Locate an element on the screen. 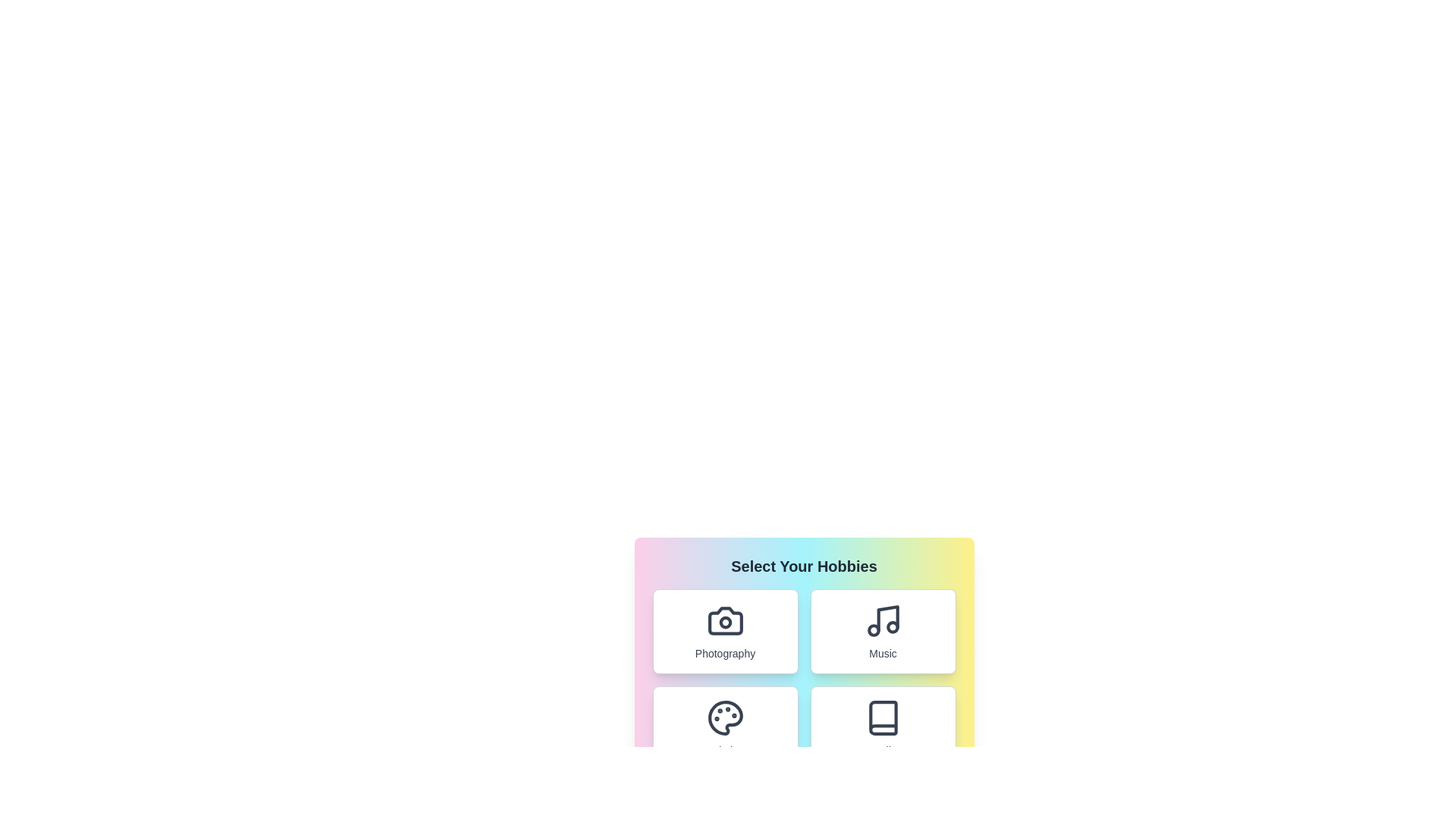 The width and height of the screenshot is (1456, 819). the Reading button to observe the visual effect is located at coordinates (883, 727).